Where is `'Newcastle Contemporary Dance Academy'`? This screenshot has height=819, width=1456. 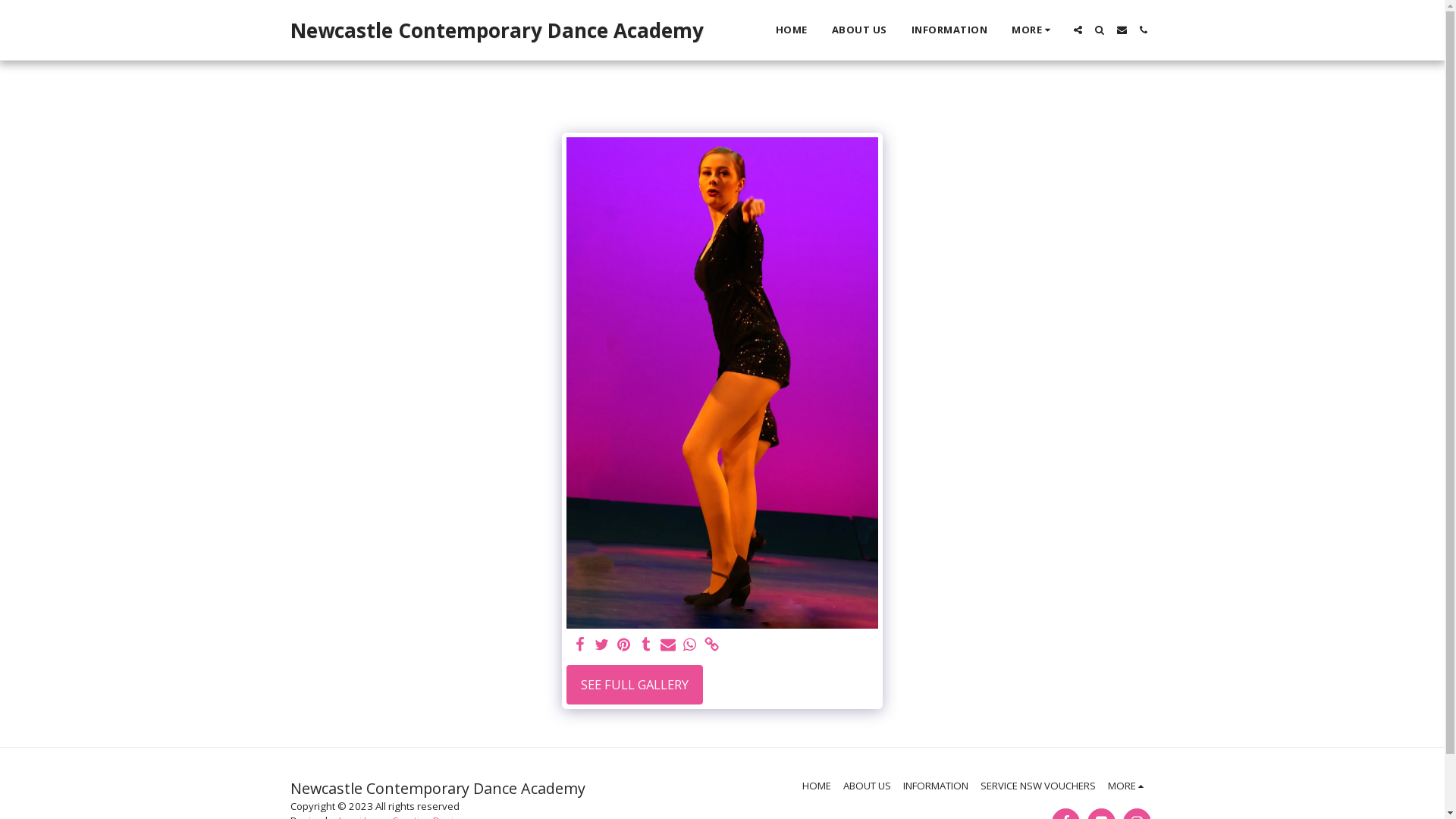 'Newcastle Contemporary Dance Academy' is located at coordinates (496, 30).